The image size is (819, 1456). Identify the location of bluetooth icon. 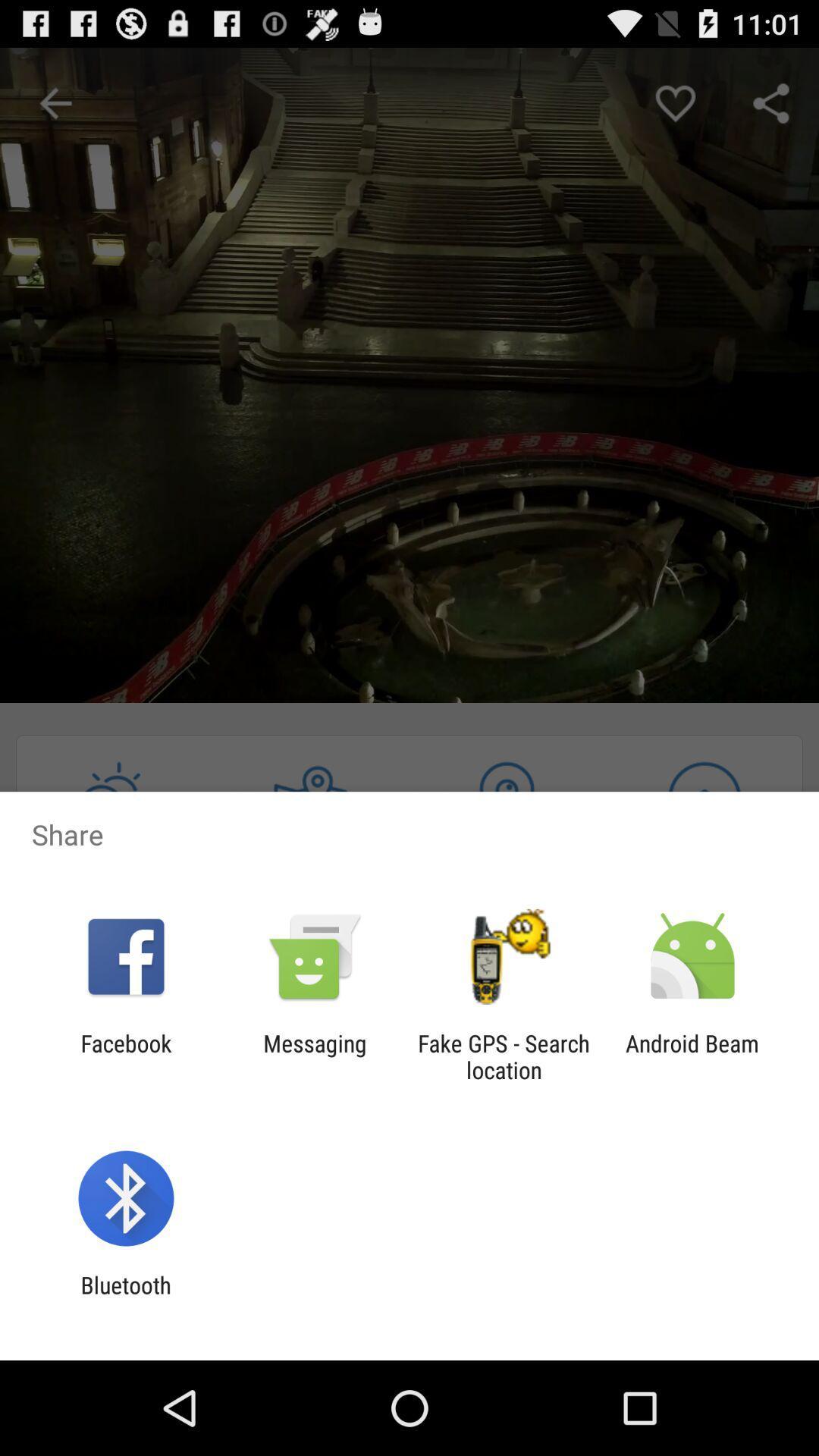
(125, 1298).